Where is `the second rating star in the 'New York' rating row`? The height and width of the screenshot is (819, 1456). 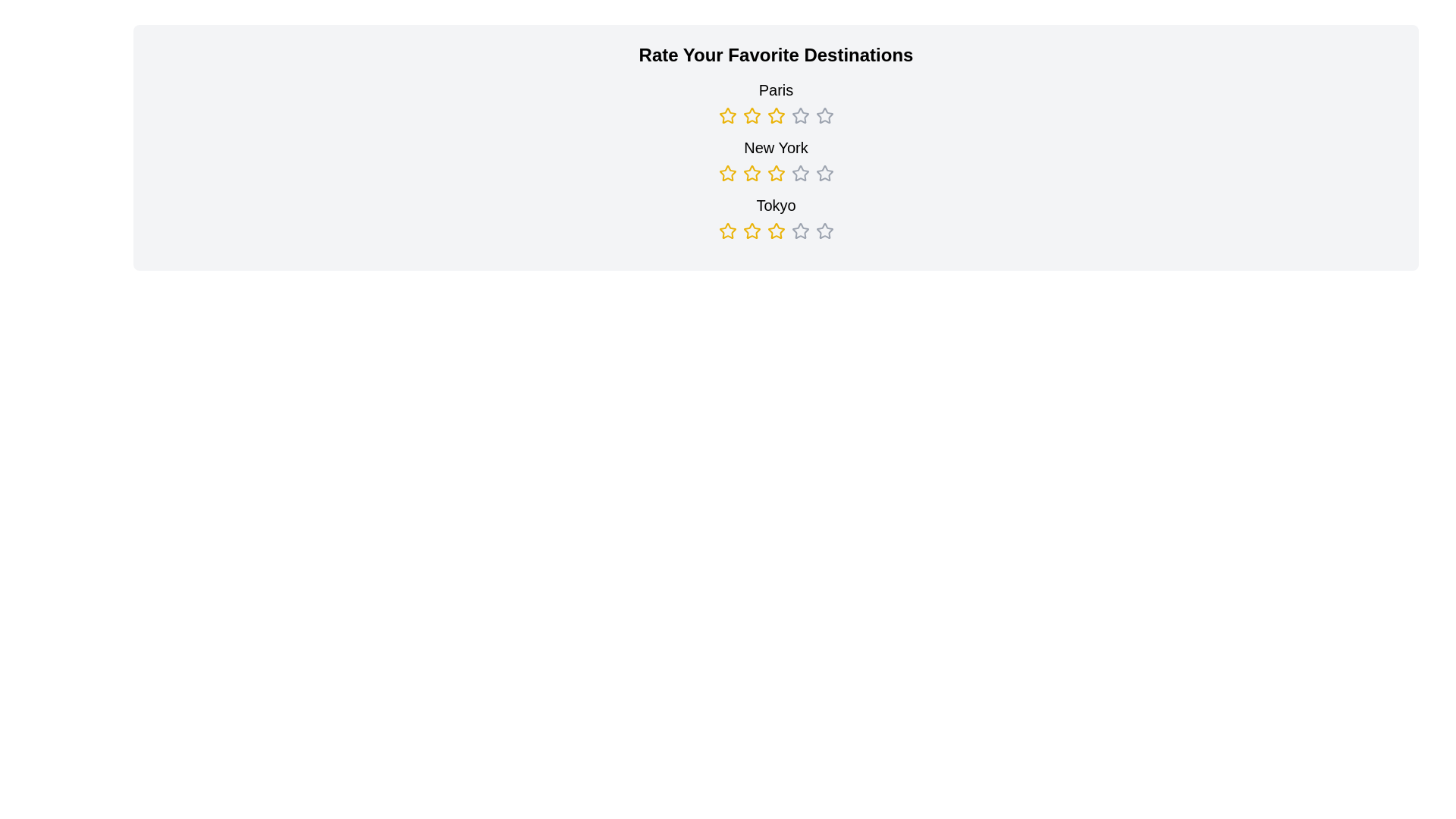 the second rating star in the 'New York' rating row is located at coordinates (726, 172).